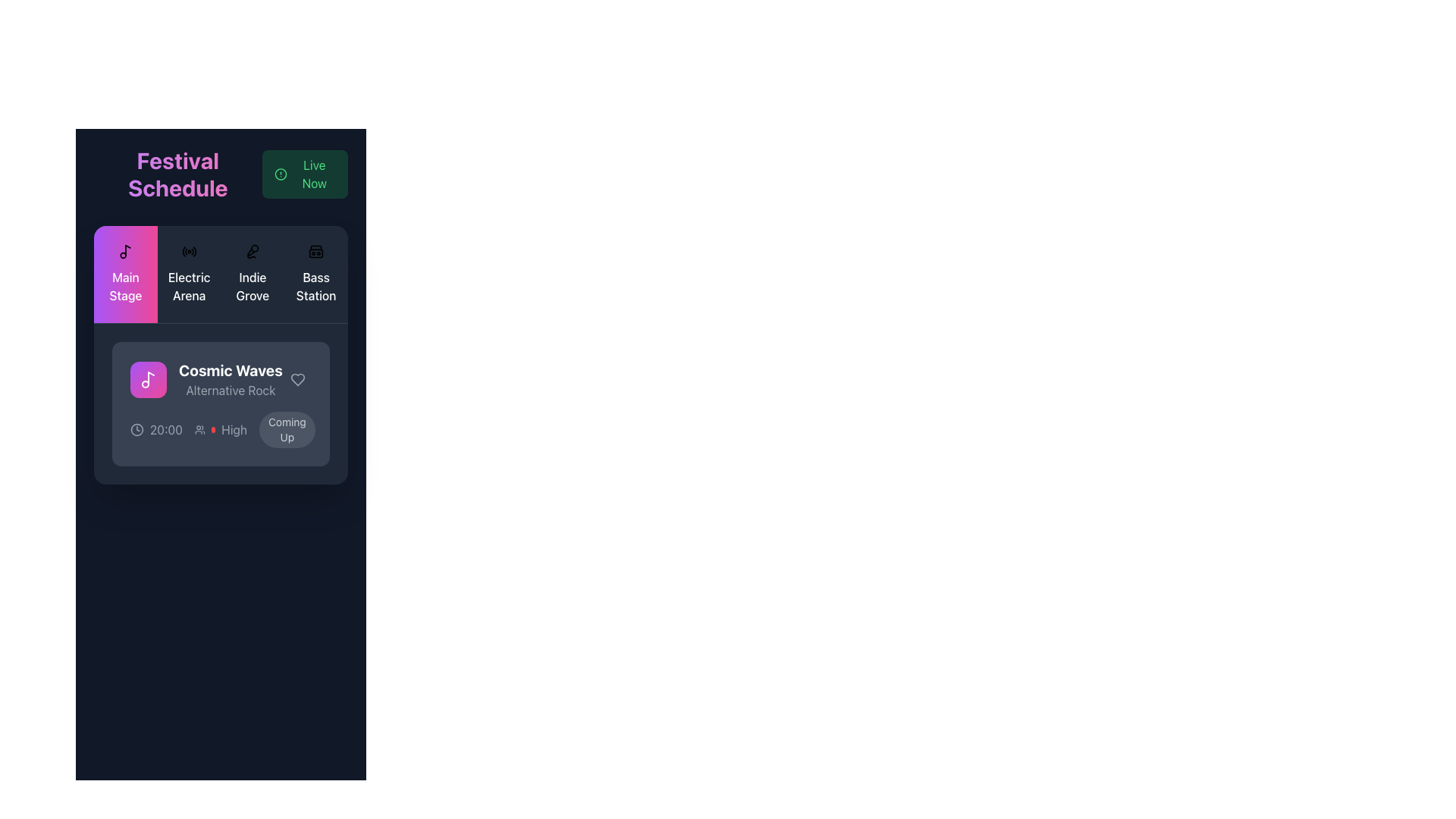 The width and height of the screenshot is (1456, 819). I want to click on the center of the icon representing the radio feature for the 'Electric Arena' section, so click(188, 250).